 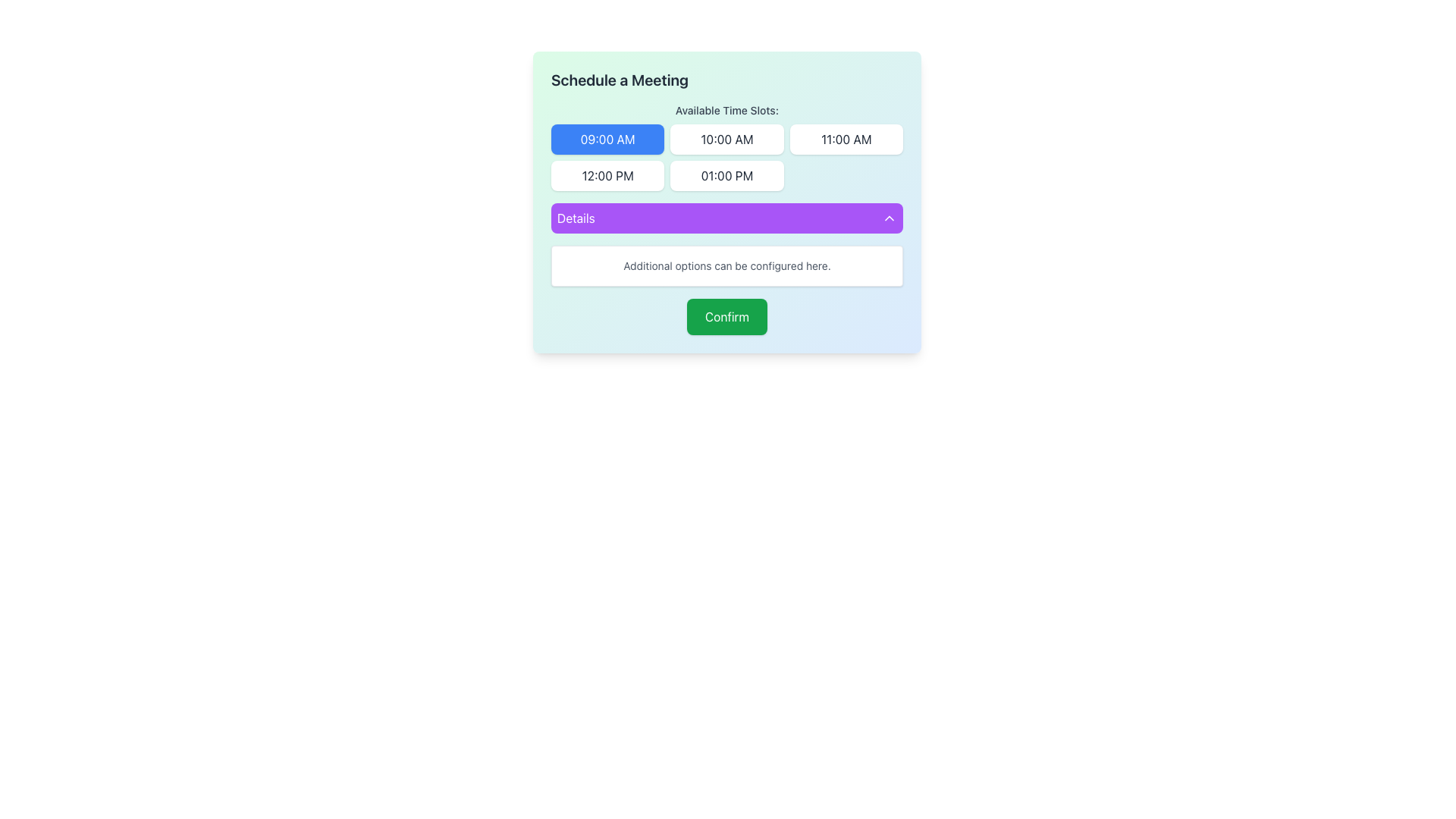 What do you see at coordinates (726, 315) in the screenshot?
I see `the confirm button located at the bottom of the modal interface` at bounding box center [726, 315].